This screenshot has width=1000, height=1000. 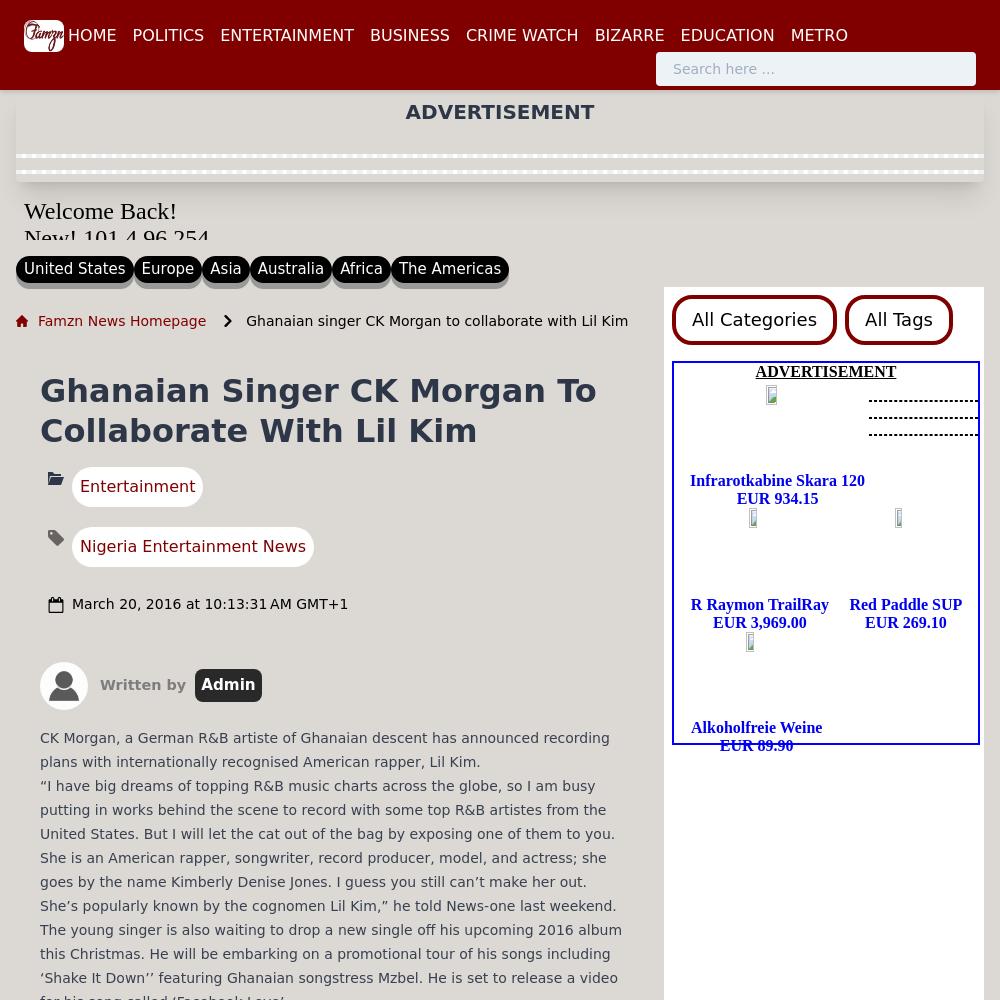 What do you see at coordinates (137, 484) in the screenshot?
I see `'entertainment'` at bounding box center [137, 484].